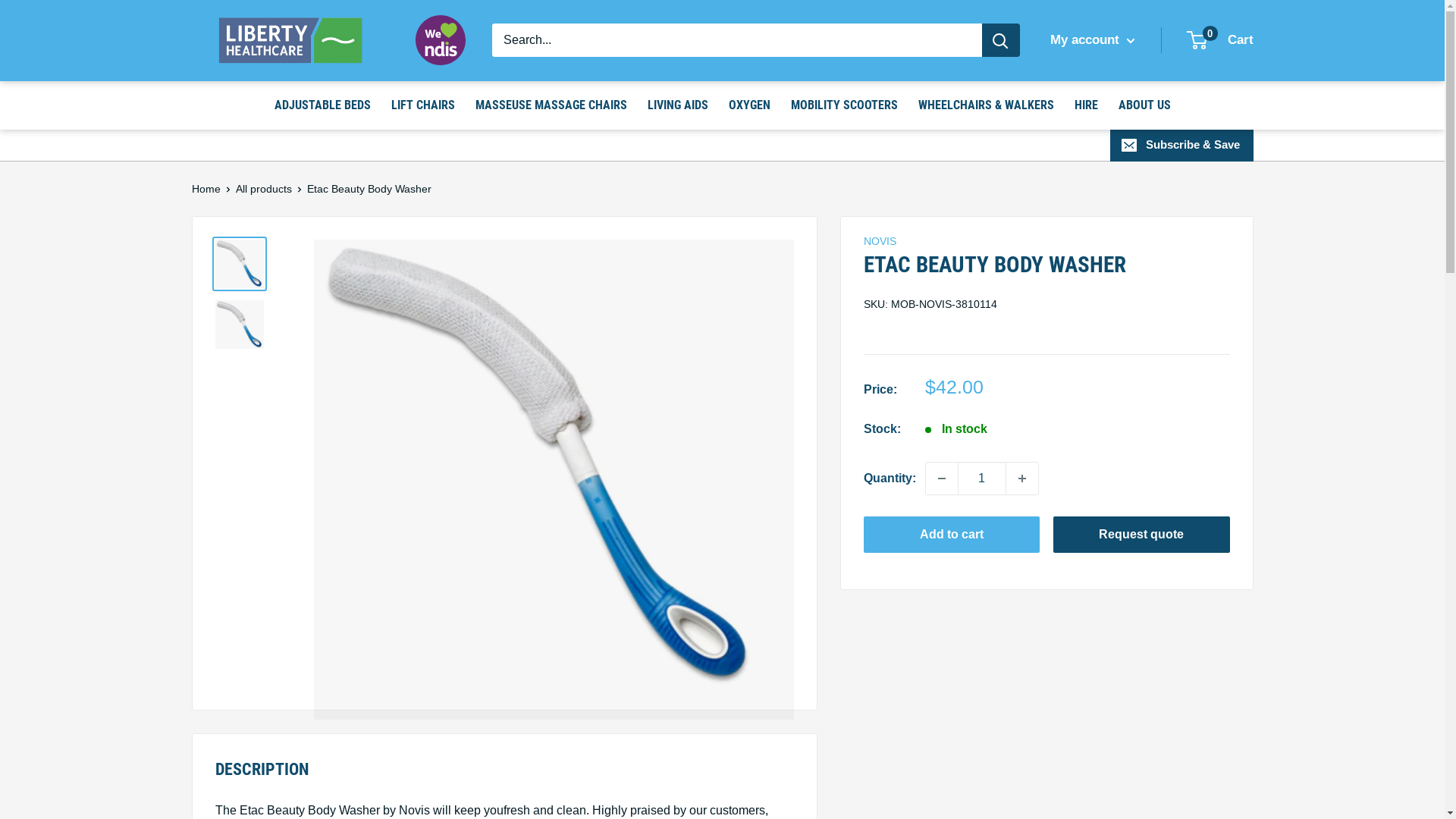  I want to click on 'Request quote', so click(1052, 534).